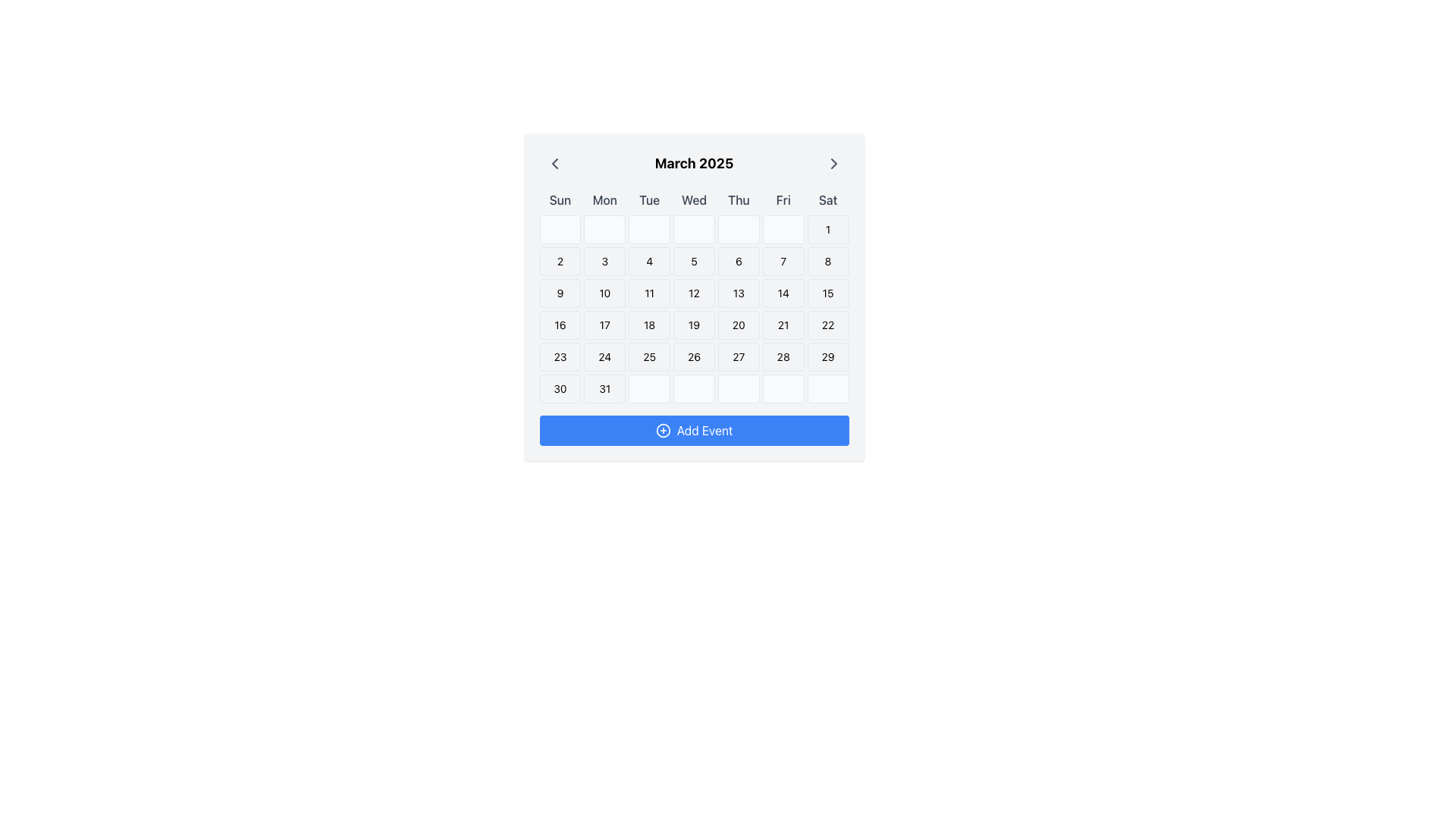  What do you see at coordinates (739, 324) in the screenshot?
I see `the button representing the date '20' in the calendar month view` at bounding box center [739, 324].